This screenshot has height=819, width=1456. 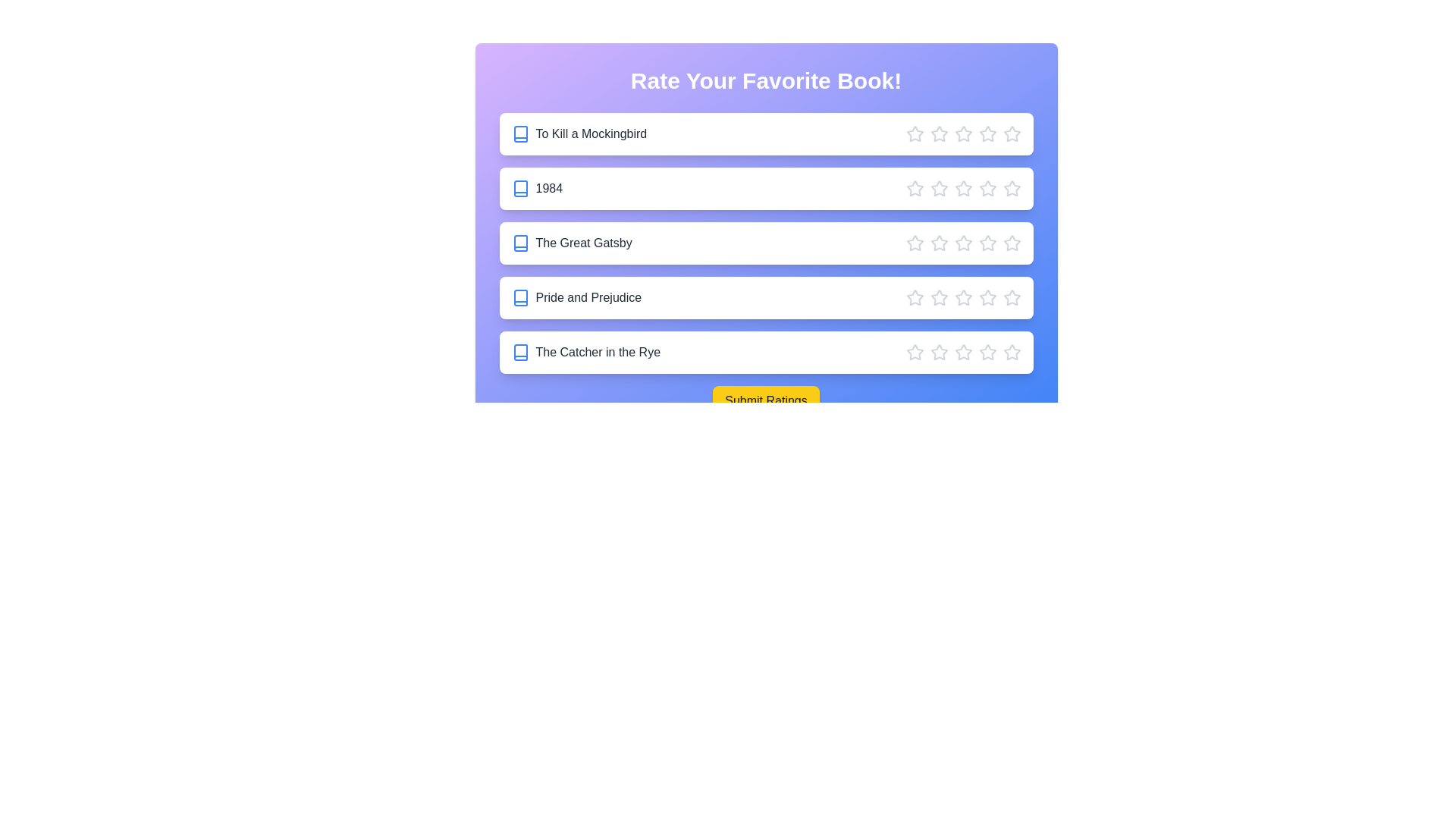 What do you see at coordinates (938, 242) in the screenshot?
I see `the star corresponding to 2 stars for the book 'The Great Gatsby'` at bounding box center [938, 242].